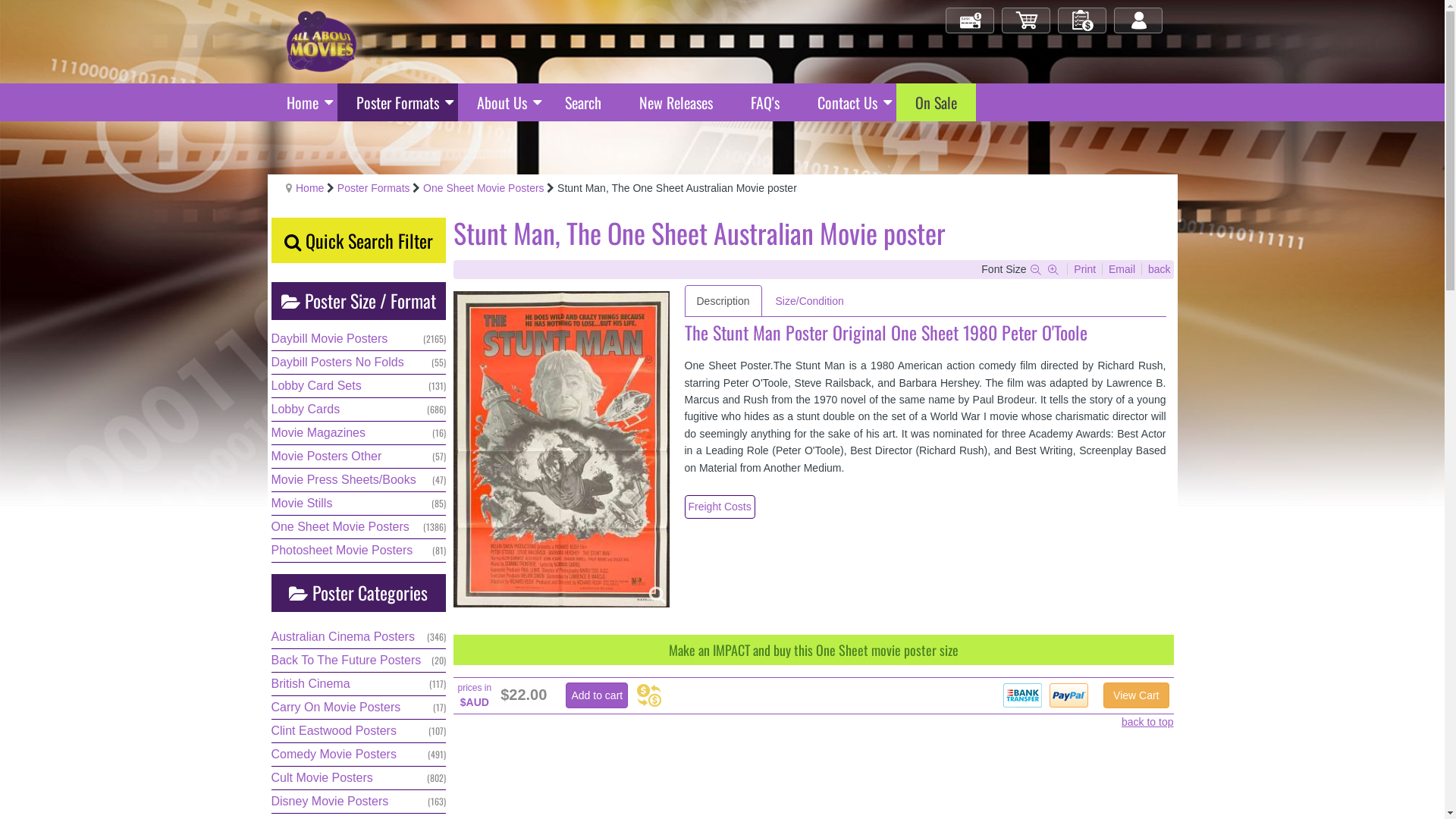 The image size is (1456, 819). What do you see at coordinates (271, 239) in the screenshot?
I see `'Quick Search Filter'` at bounding box center [271, 239].